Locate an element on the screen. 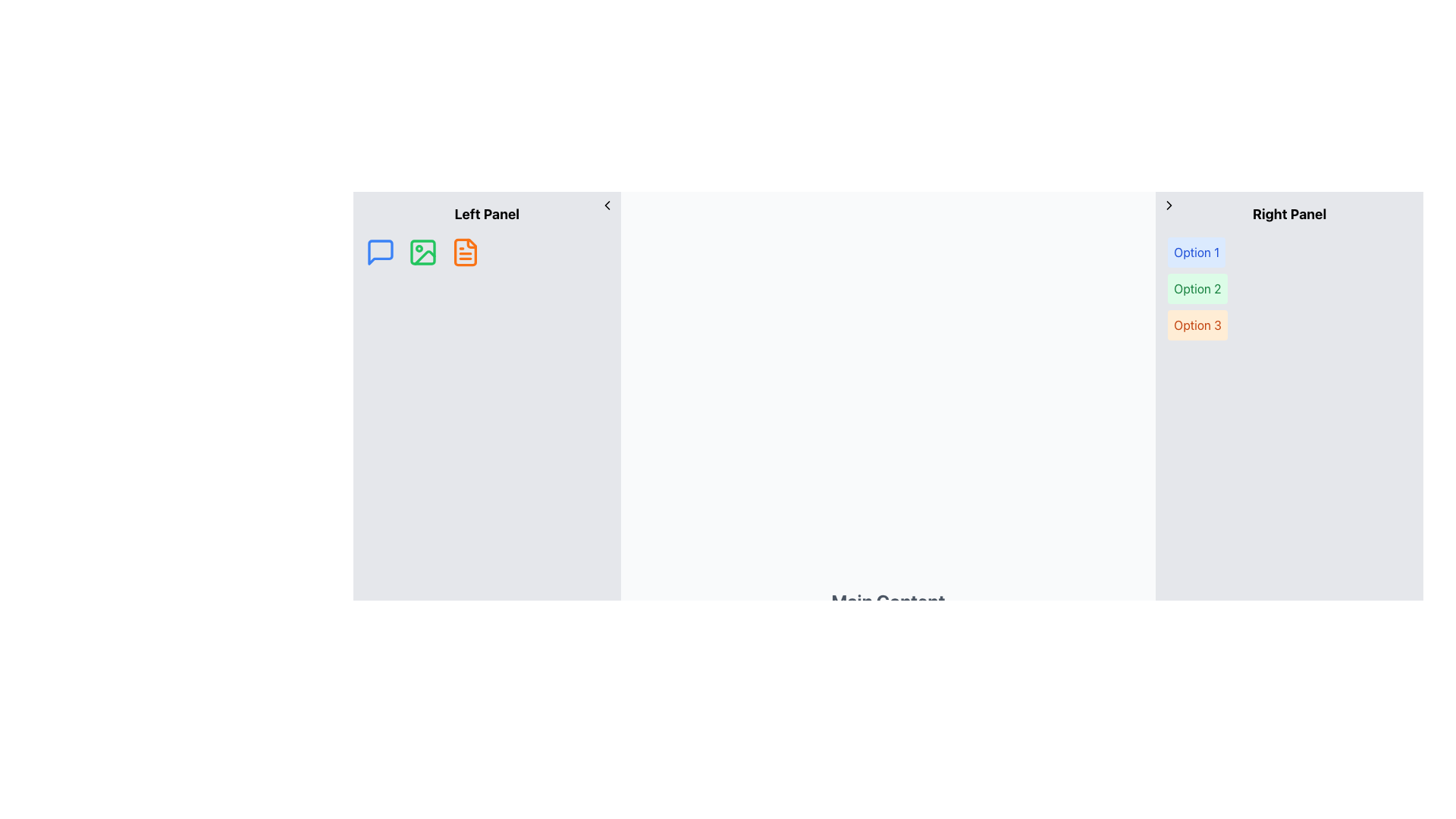 The image size is (1456, 819). the toggle button located in the top-right corner of the left side panel, adjacent to the 'Left Panel' heading is located at coordinates (607, 205).